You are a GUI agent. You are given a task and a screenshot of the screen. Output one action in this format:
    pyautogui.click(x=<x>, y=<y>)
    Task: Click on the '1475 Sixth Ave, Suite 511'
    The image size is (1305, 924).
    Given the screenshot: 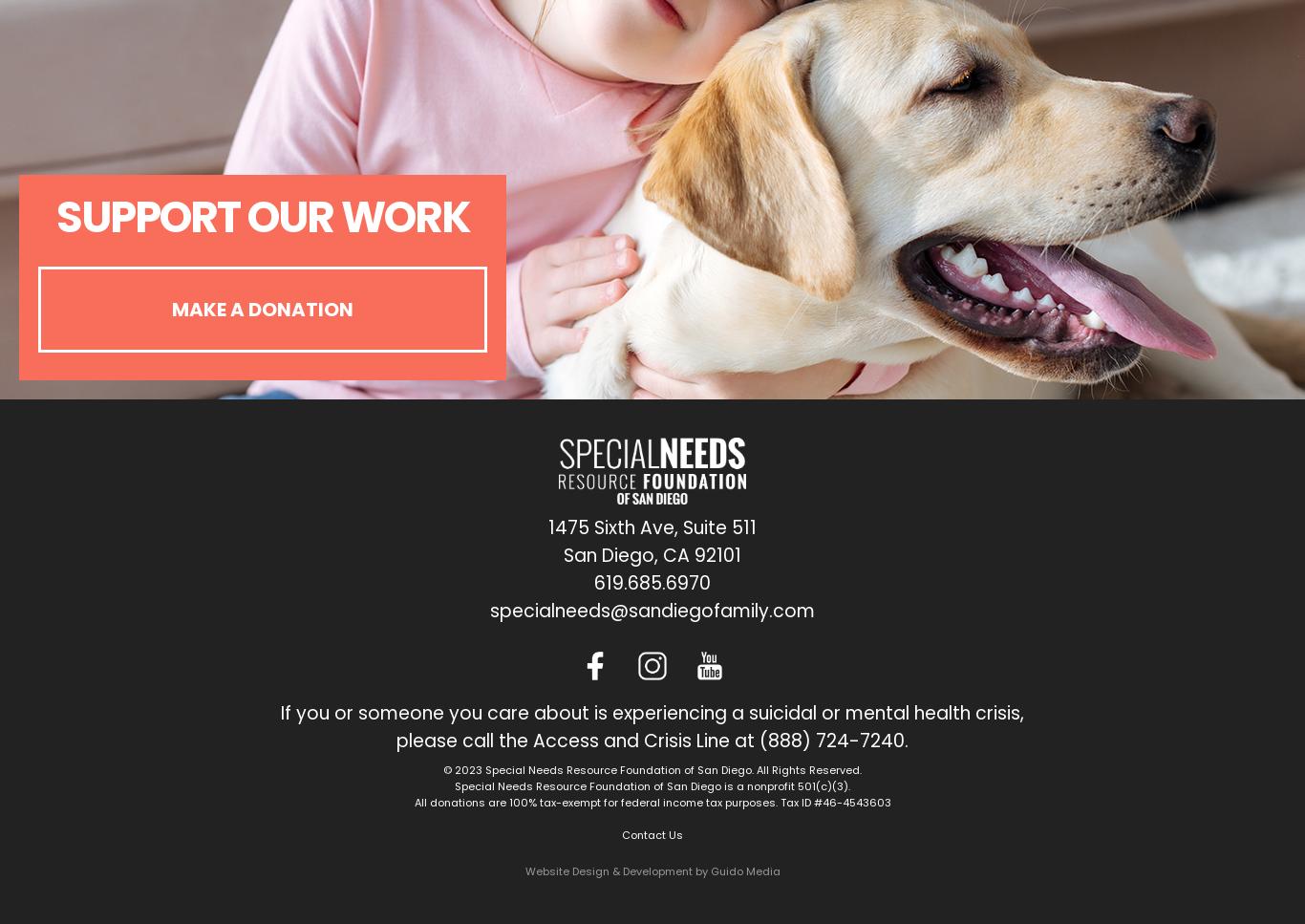 What is the action you would take?
    pyautogui.click(x=546, y=526)
    